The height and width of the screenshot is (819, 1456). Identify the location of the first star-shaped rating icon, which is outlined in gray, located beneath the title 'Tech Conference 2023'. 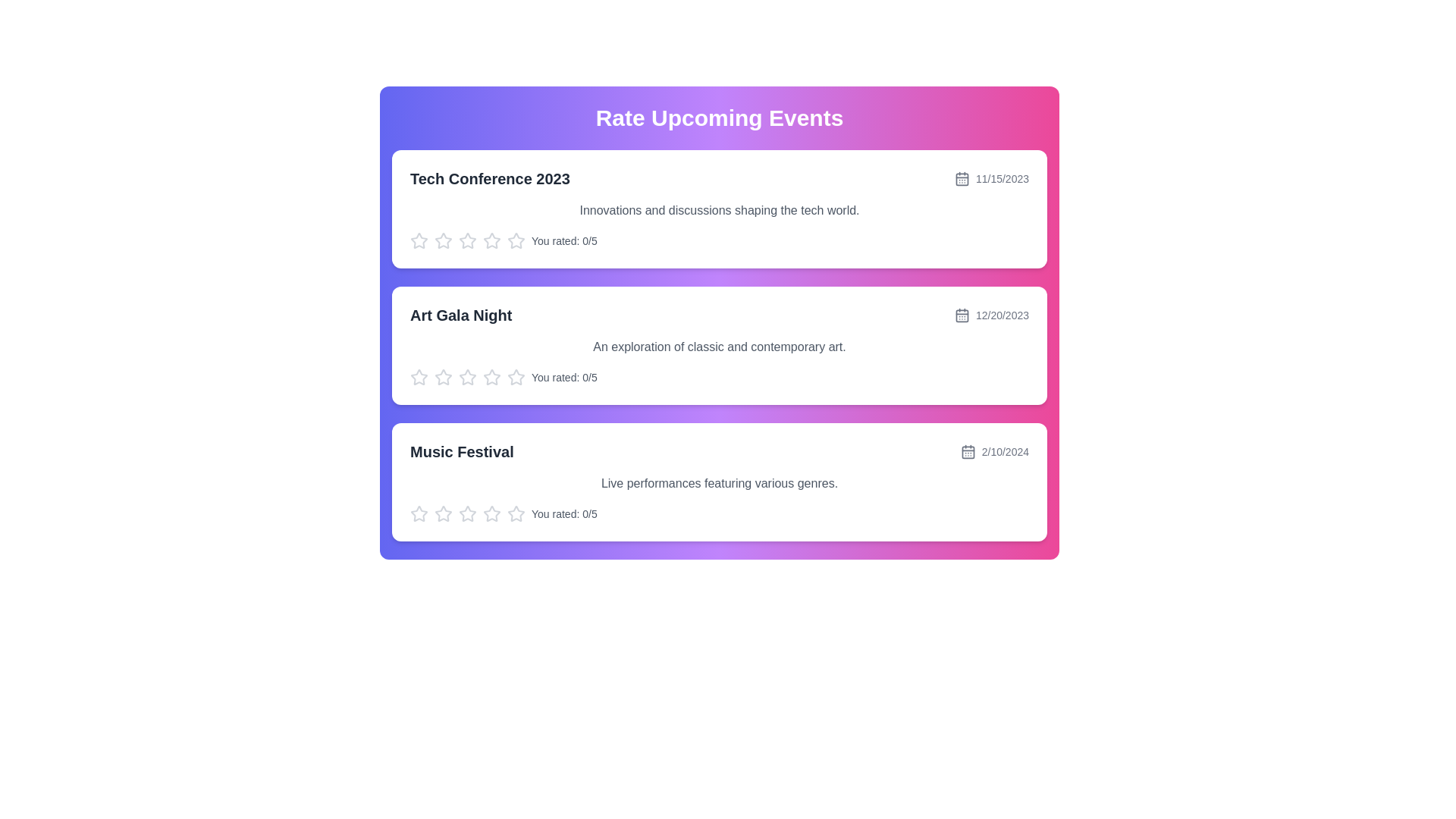
(419, 240).